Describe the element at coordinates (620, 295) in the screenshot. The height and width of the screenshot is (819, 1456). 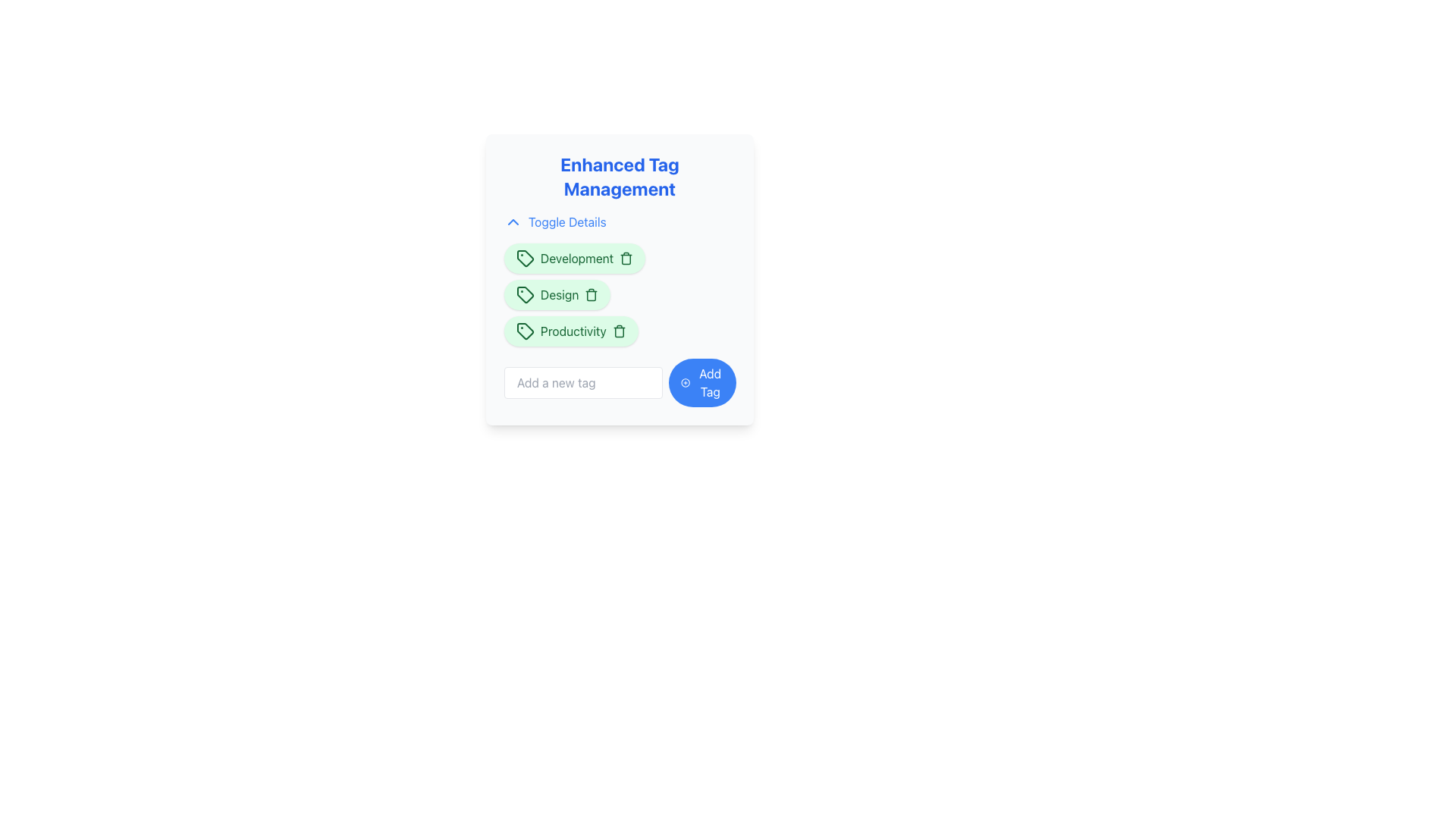
I see `the second tag labeled 'Design' in the 'Enhanced Tag Management' section` at that location.